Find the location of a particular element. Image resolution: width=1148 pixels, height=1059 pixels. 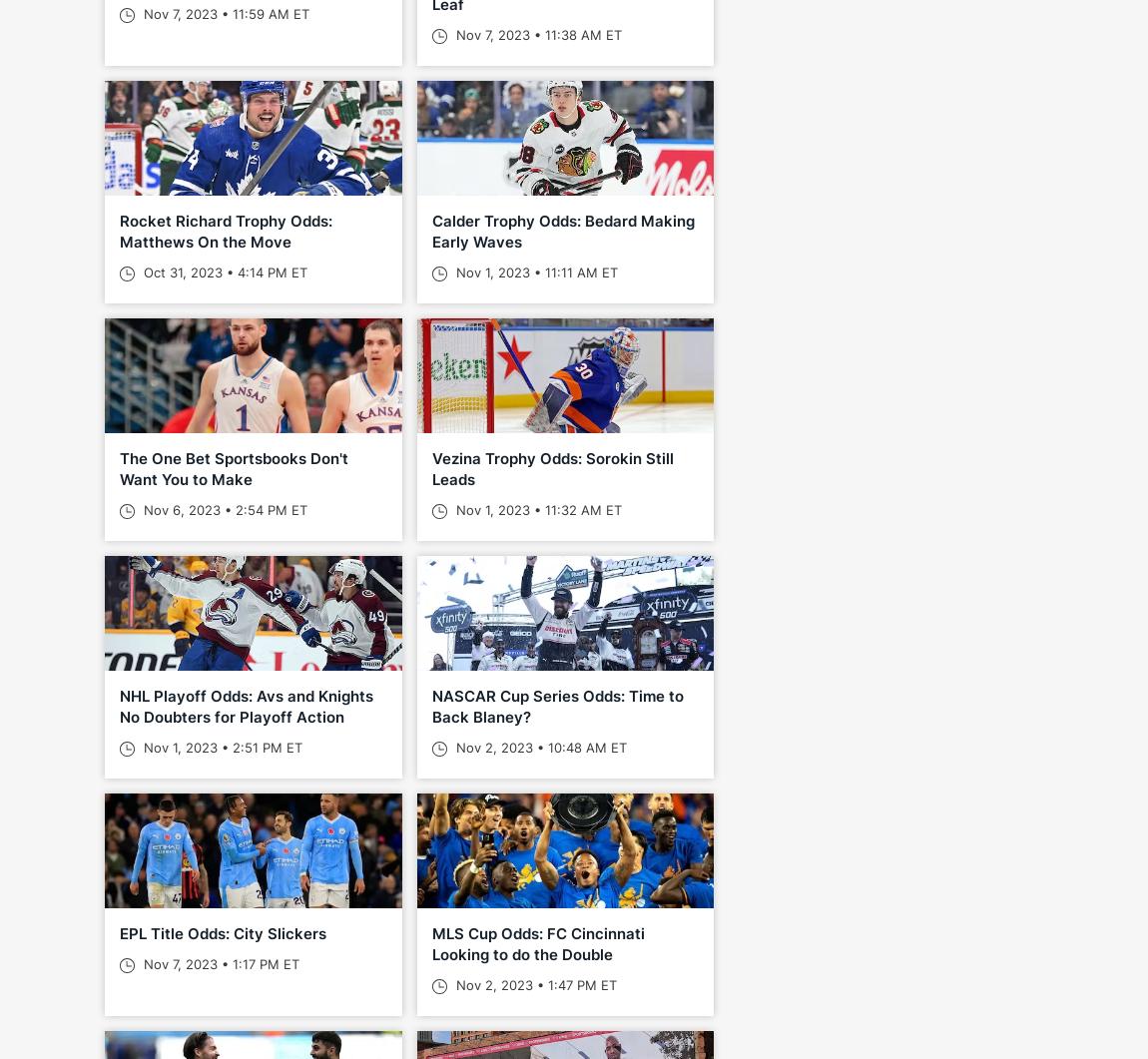

'Nov 2, 2023 • 10:48 AM ET' is located at coordinates (538, 747).